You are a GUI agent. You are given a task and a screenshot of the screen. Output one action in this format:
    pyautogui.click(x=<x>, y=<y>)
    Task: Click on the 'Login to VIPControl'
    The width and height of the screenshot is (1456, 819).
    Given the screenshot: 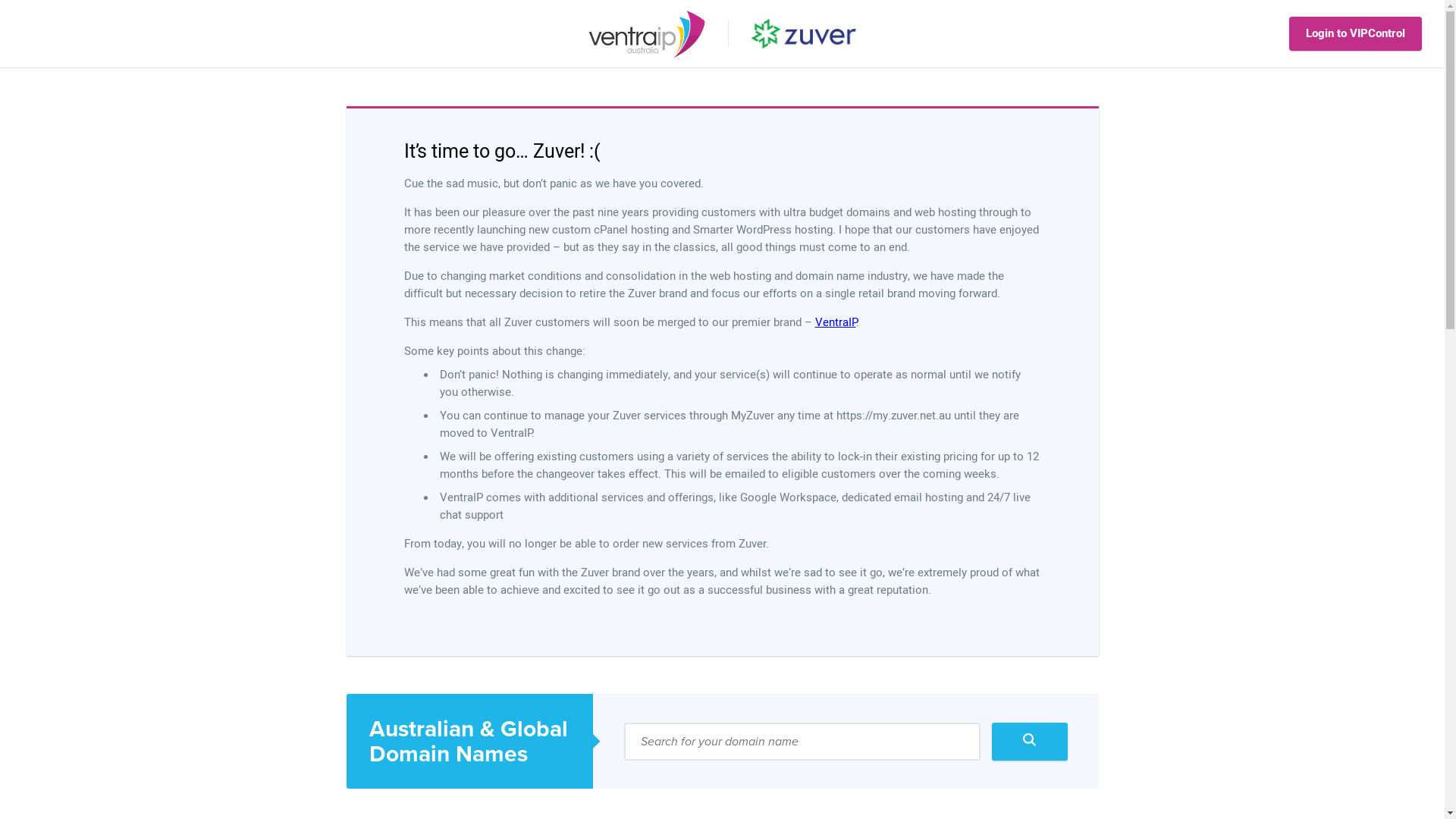 What is the action you would take?
    pyautogui.click(x=1355, y=33)
    